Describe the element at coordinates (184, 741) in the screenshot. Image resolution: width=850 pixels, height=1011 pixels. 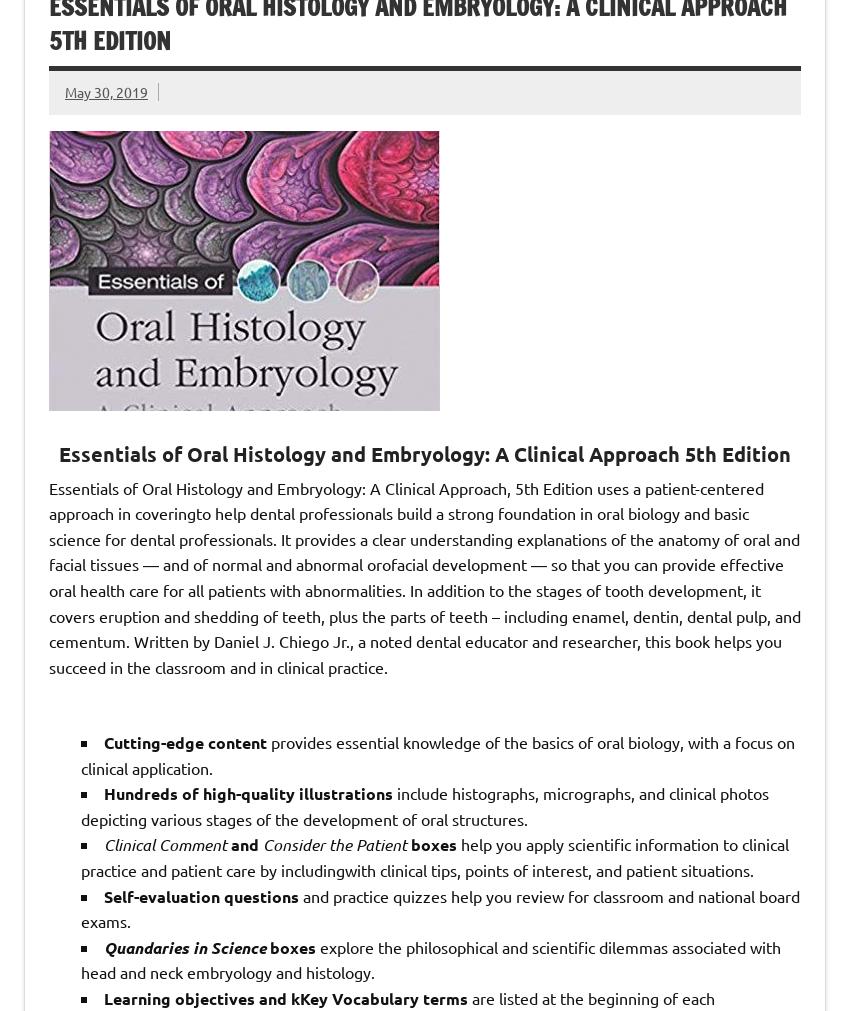
I see `'Cutting-edge content'` at that location.